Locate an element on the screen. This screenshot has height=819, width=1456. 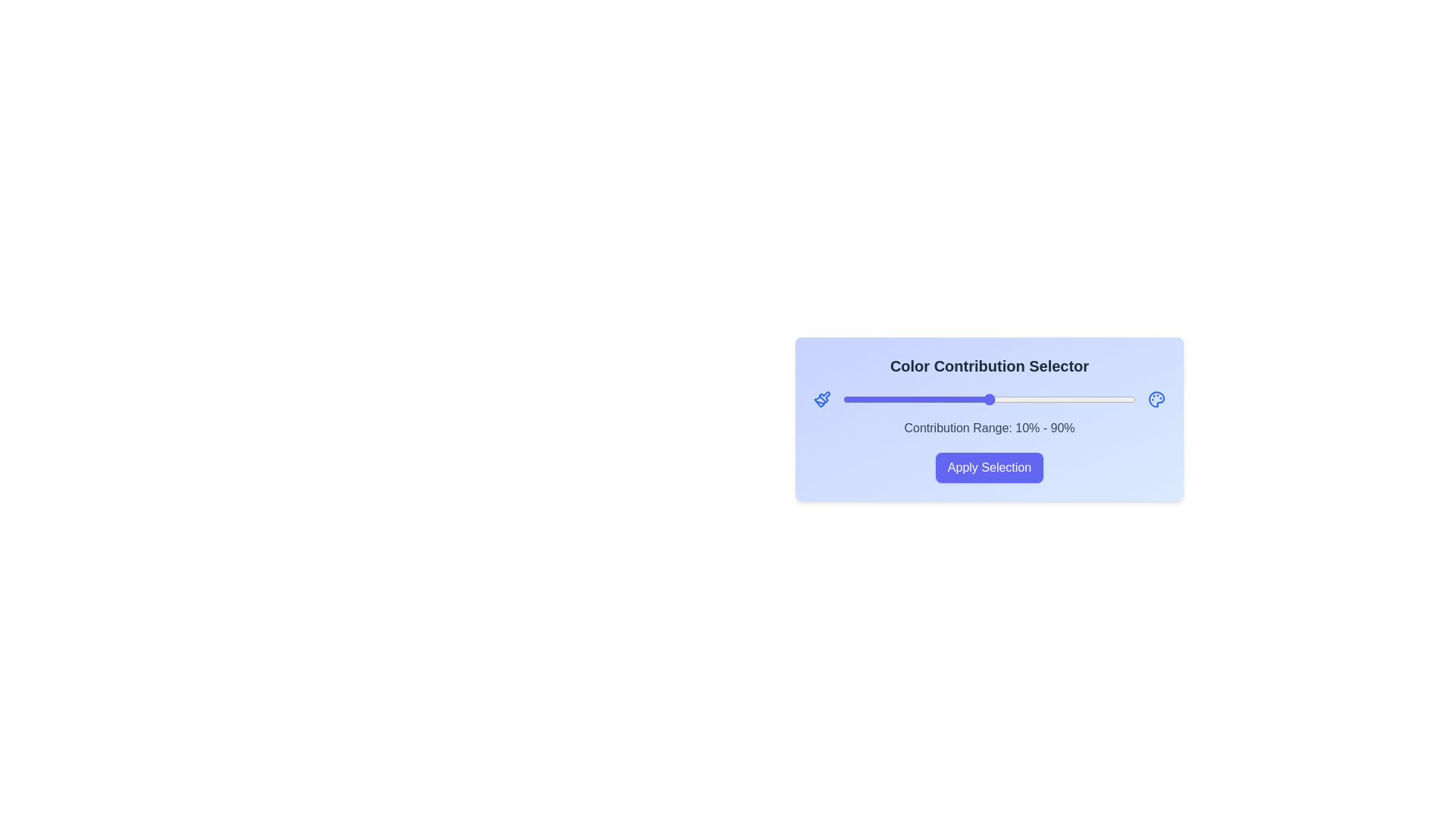
the 'Apply Selection' button is located at coordinates (990, 467).